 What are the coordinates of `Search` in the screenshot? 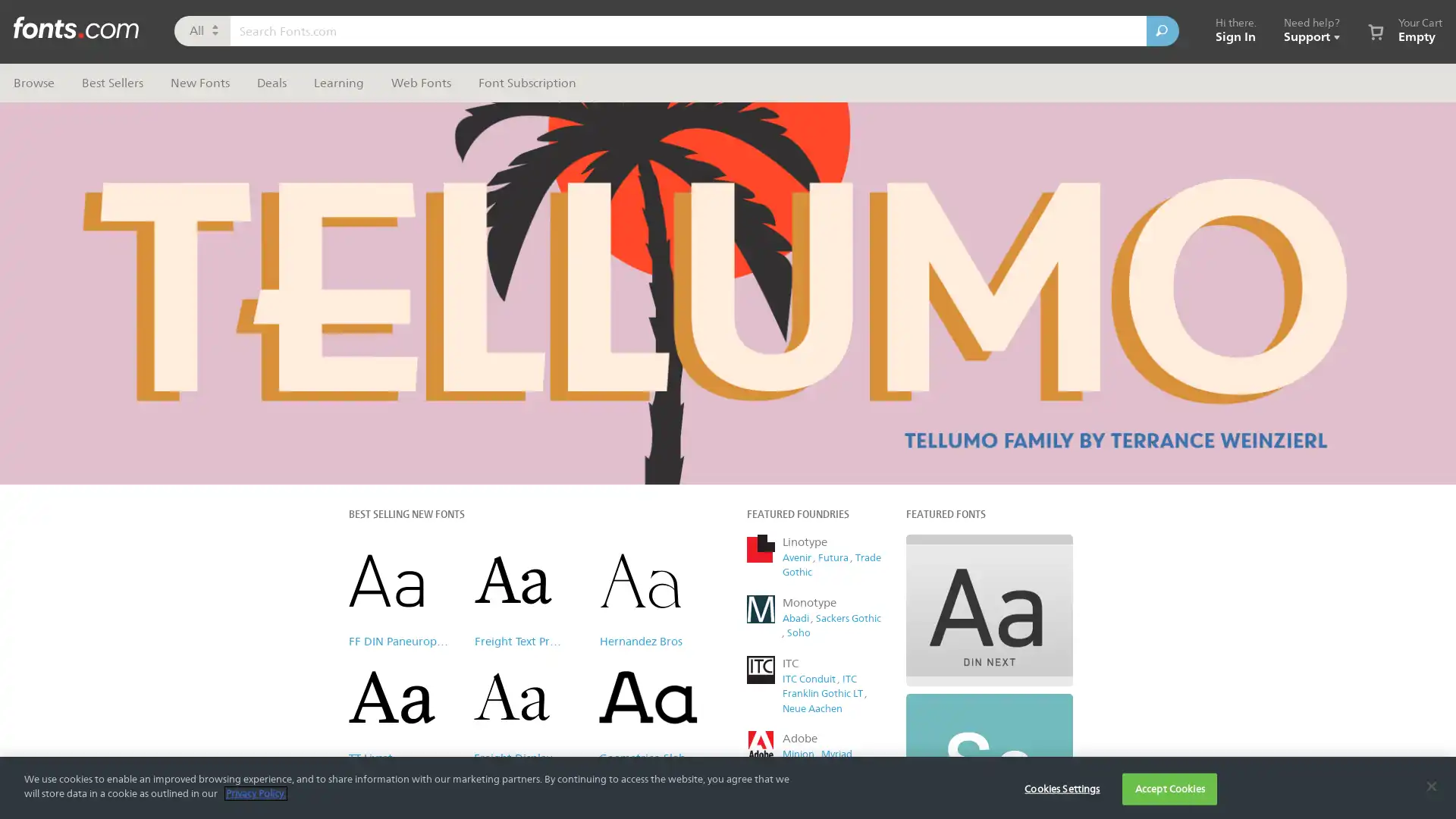 It's located at (1162, 31).